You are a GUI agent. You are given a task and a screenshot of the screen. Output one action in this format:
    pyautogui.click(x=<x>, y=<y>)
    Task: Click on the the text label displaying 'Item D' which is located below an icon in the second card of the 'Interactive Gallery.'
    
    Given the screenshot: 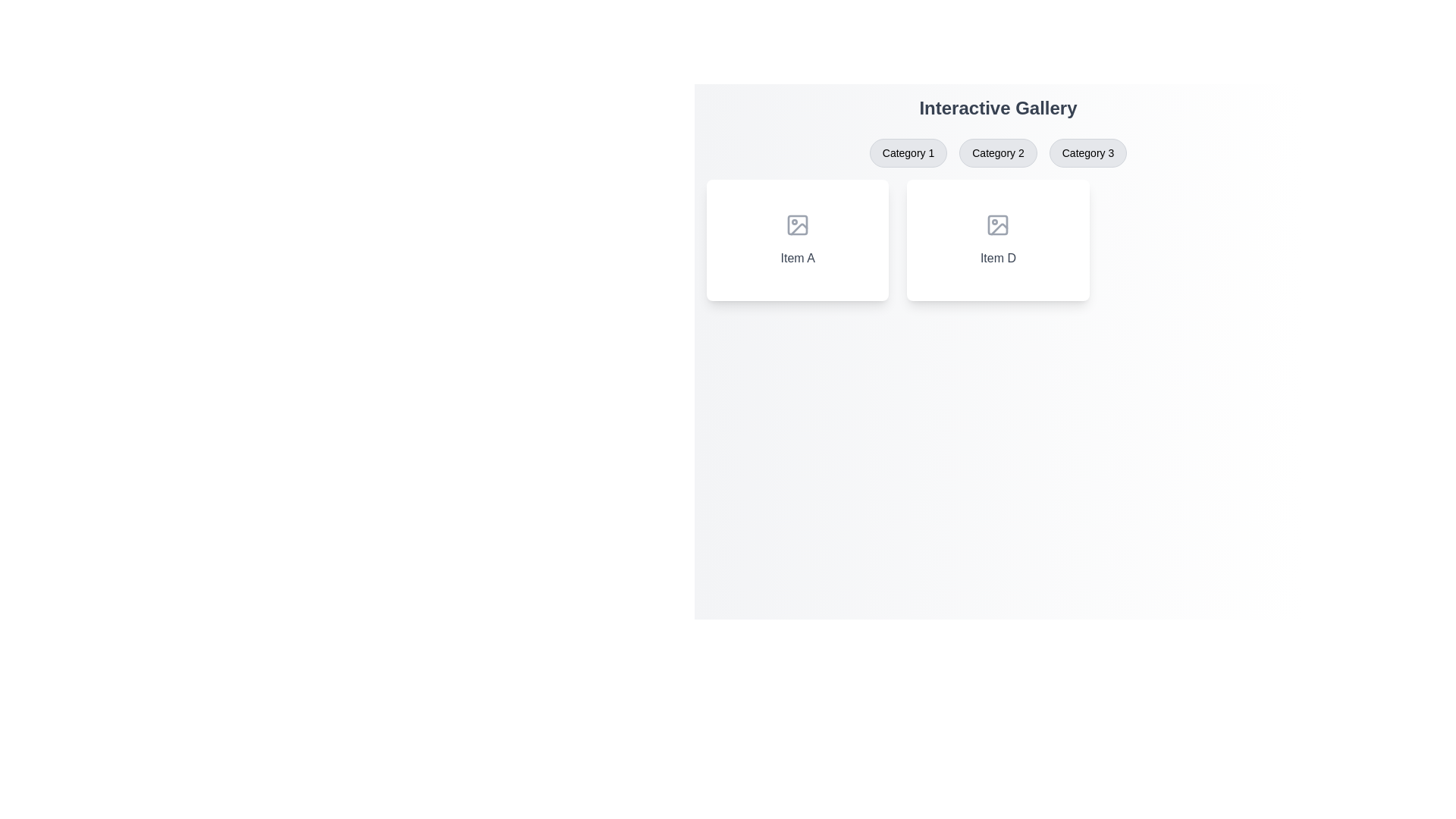 What is the action you would take?
    pyautogui.click(x=998, y=257)
    